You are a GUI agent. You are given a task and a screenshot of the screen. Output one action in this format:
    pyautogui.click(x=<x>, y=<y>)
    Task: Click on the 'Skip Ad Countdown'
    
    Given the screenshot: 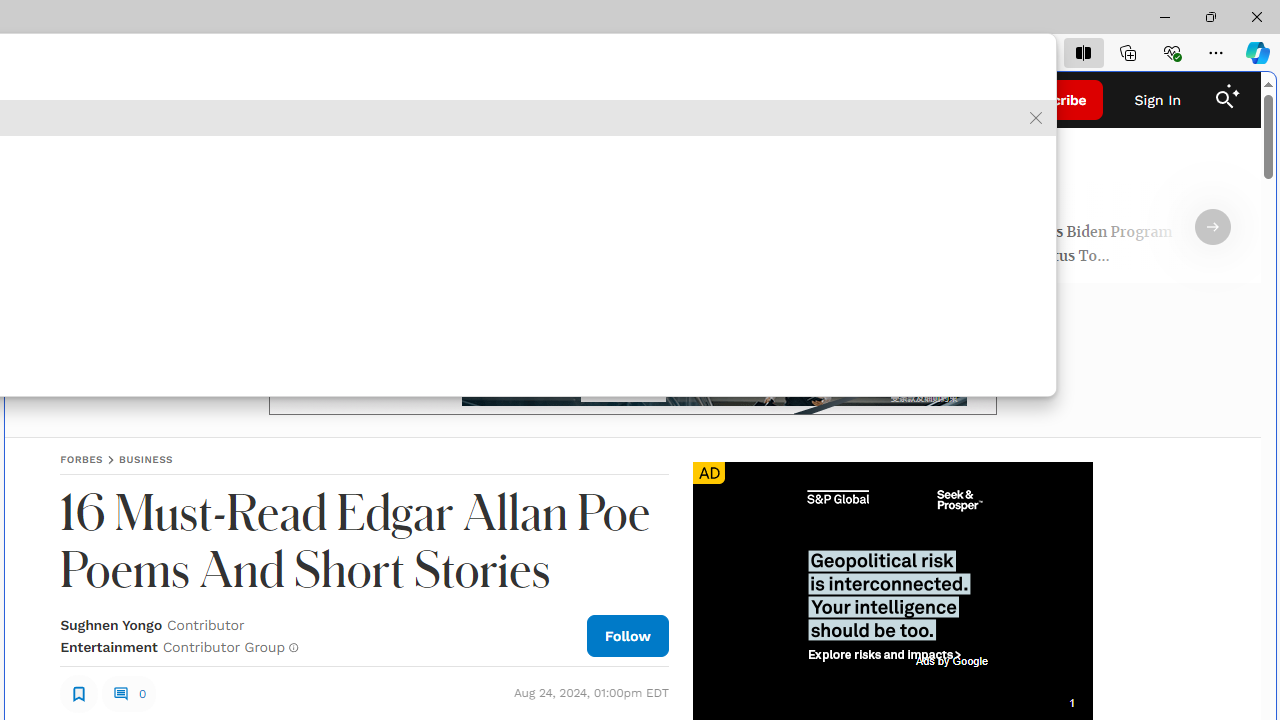 What is the action you would take?
    pyautogui.click(x=1070, y=702)
    